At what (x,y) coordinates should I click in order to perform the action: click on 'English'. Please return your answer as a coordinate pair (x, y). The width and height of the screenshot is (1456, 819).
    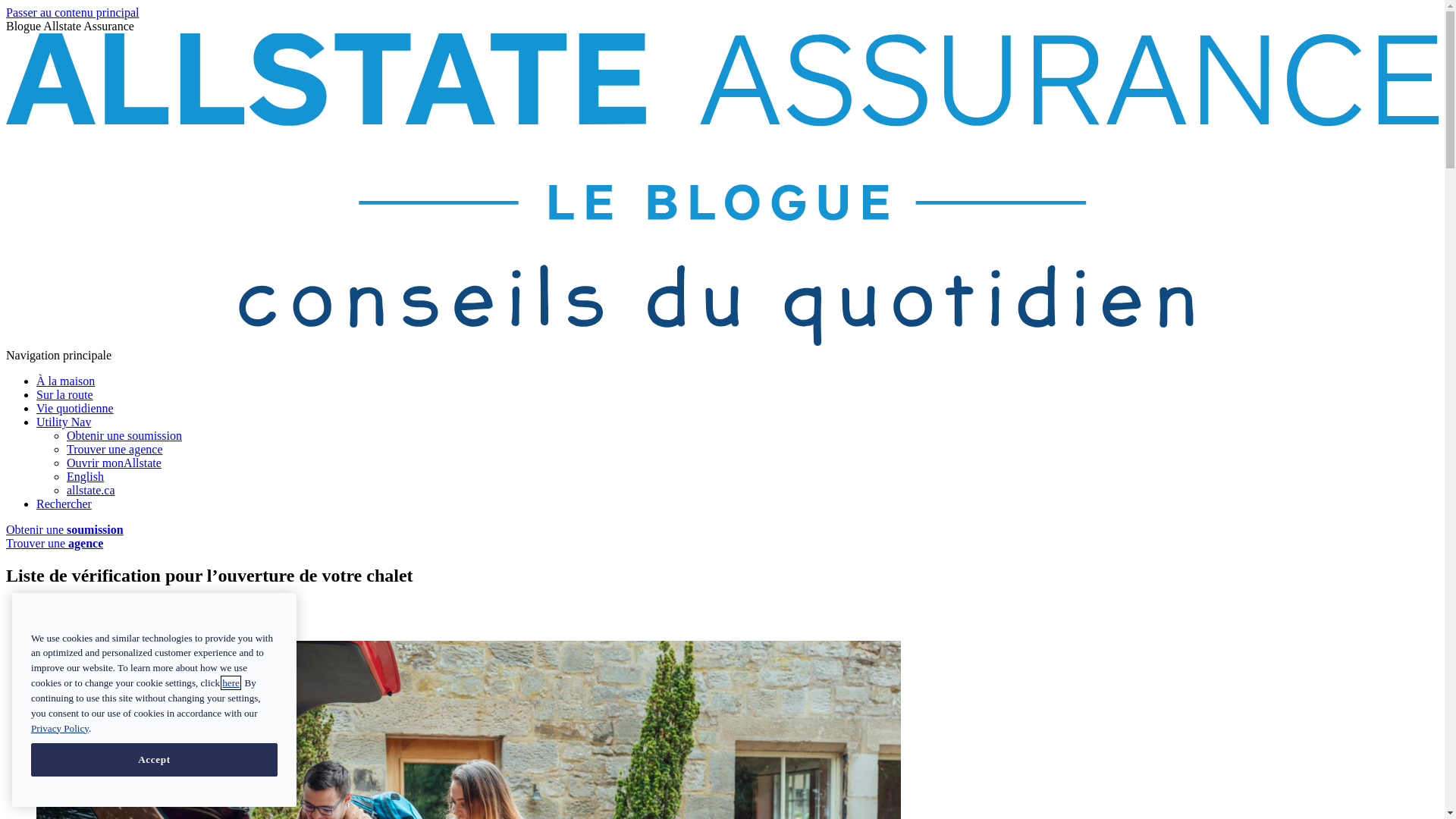
    Looking at the image, I should click on (65, 475).